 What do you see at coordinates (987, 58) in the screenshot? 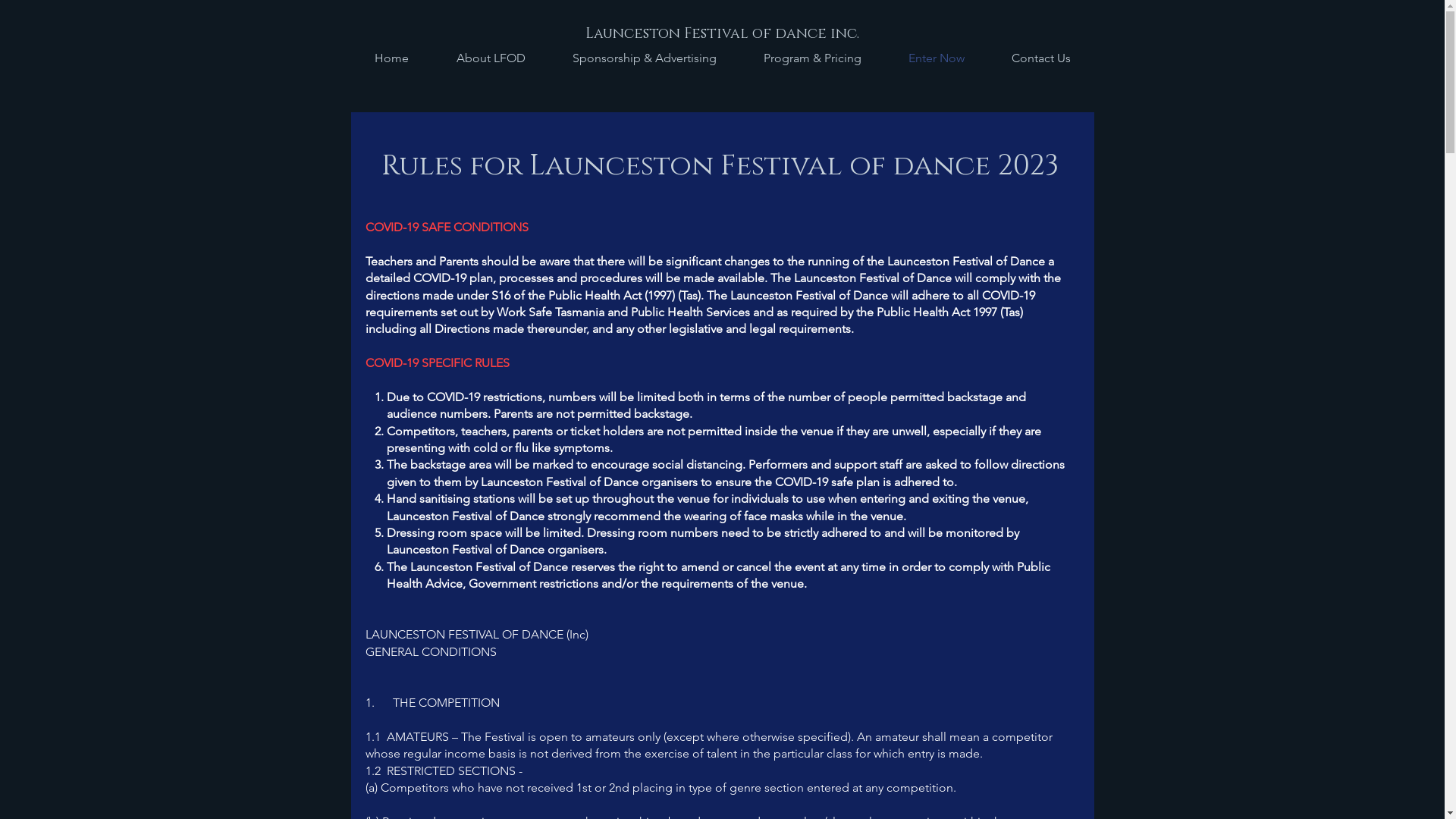
I see `'Contact Us'` at bounding box center [987, 58].